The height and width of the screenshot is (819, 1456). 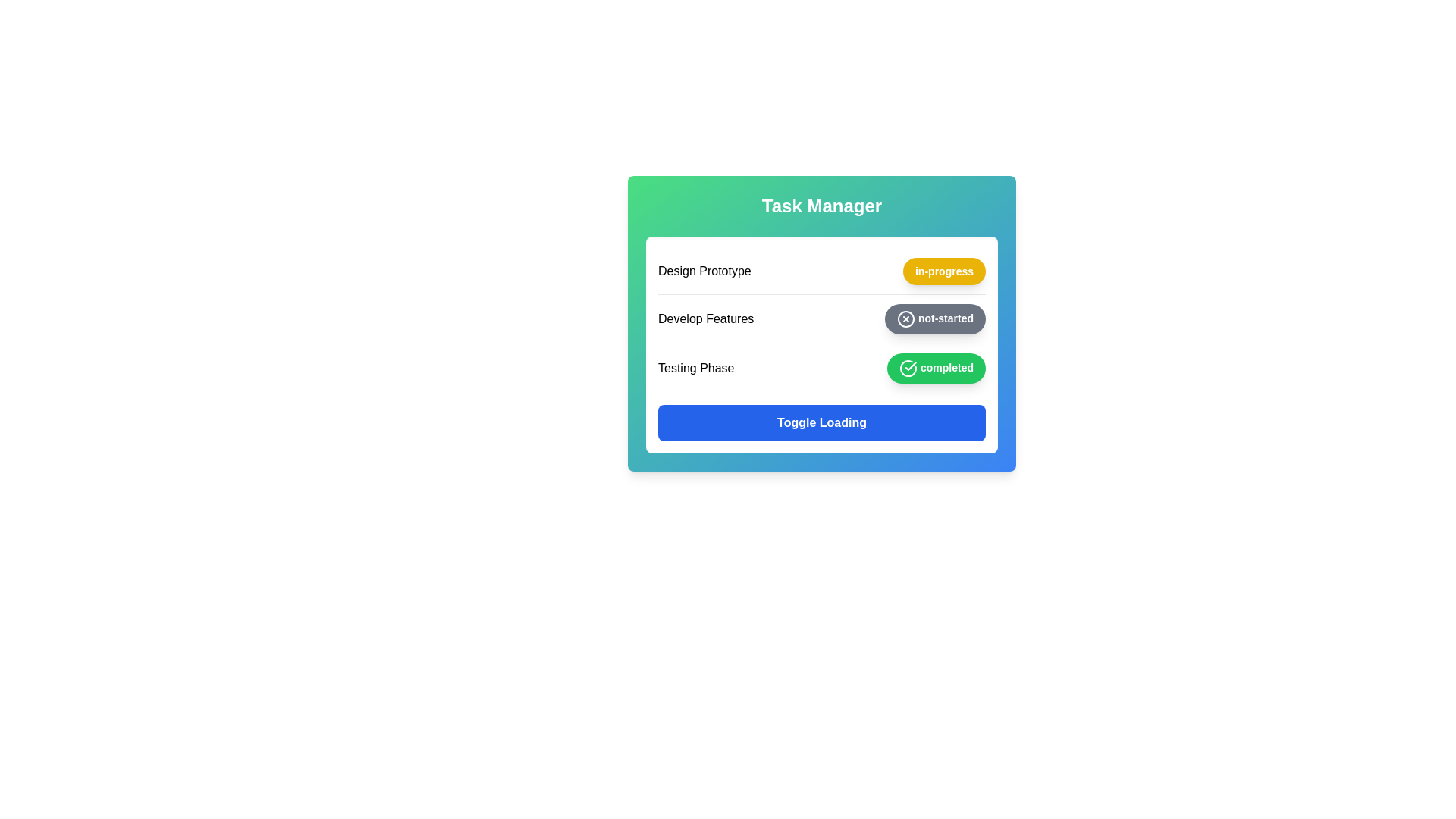 I want to click on the checkmark icon with a green background and white outline, which is located on the right side of the 'Testing Phase' task in the 'completed' section, so click(x=908, y=369).